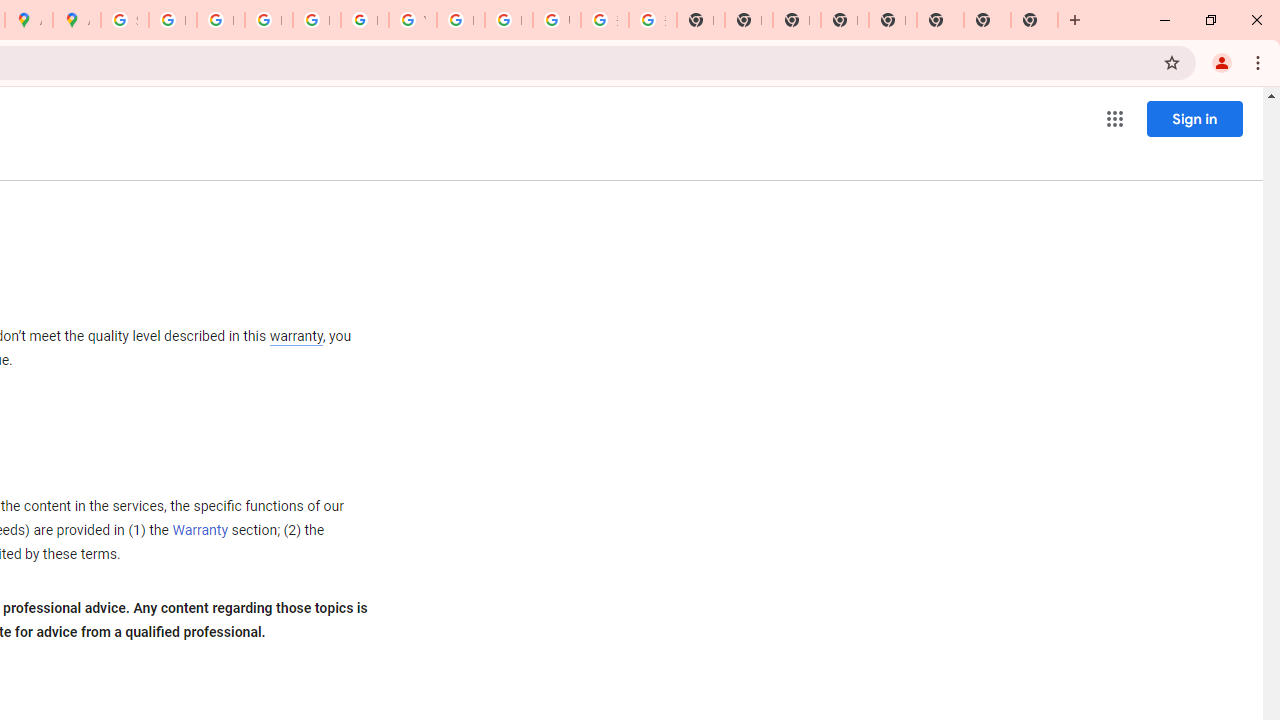 This screenshot has height=720, width=1280. Describe the element at coordinates (220, 20) in the screenshot. I see `'Privacy Help Center - Policies Help'` at that location.